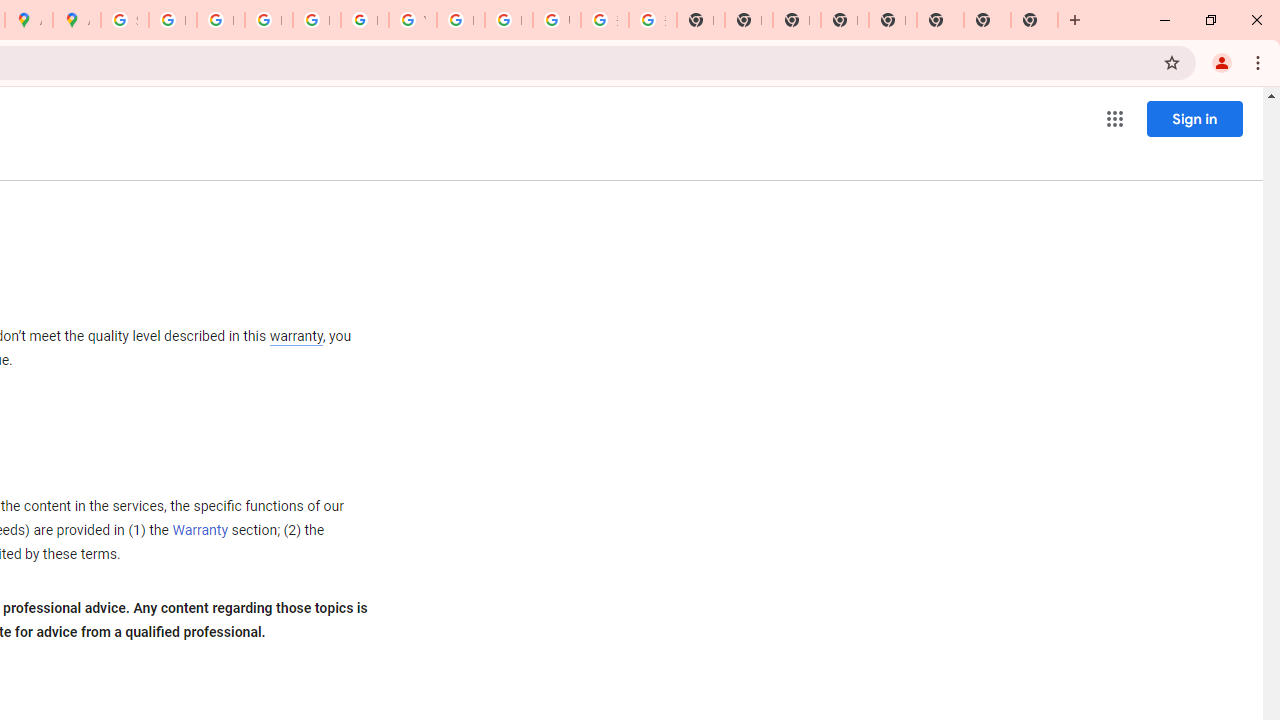 This screenshot has height=720, width=1280. Describe the element at coordinates (220, 20) in the screenshot. I see `'Privacy Help Center - Policies Help'` at that location.